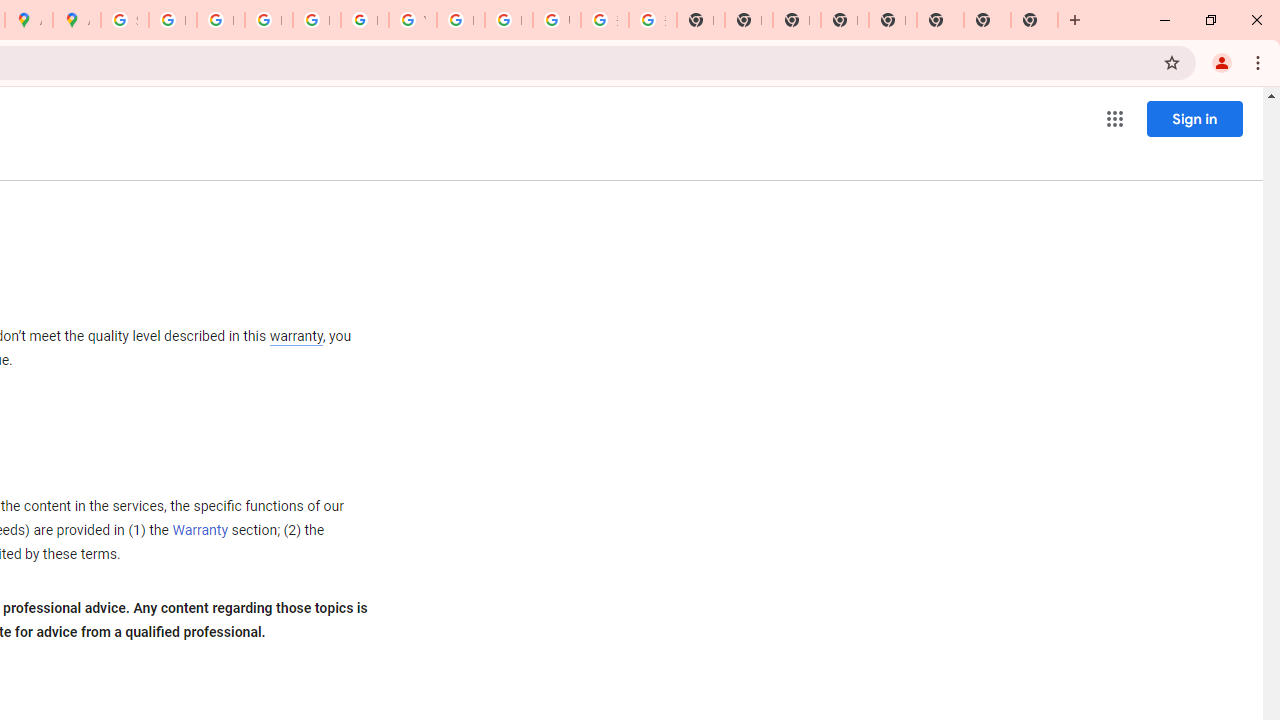 This screenshot has height=720, width=1280. Describe the element at coordinates (220, 20) in the screenshot. I see `'Privacy Help Center - Policies Help'` at that location.